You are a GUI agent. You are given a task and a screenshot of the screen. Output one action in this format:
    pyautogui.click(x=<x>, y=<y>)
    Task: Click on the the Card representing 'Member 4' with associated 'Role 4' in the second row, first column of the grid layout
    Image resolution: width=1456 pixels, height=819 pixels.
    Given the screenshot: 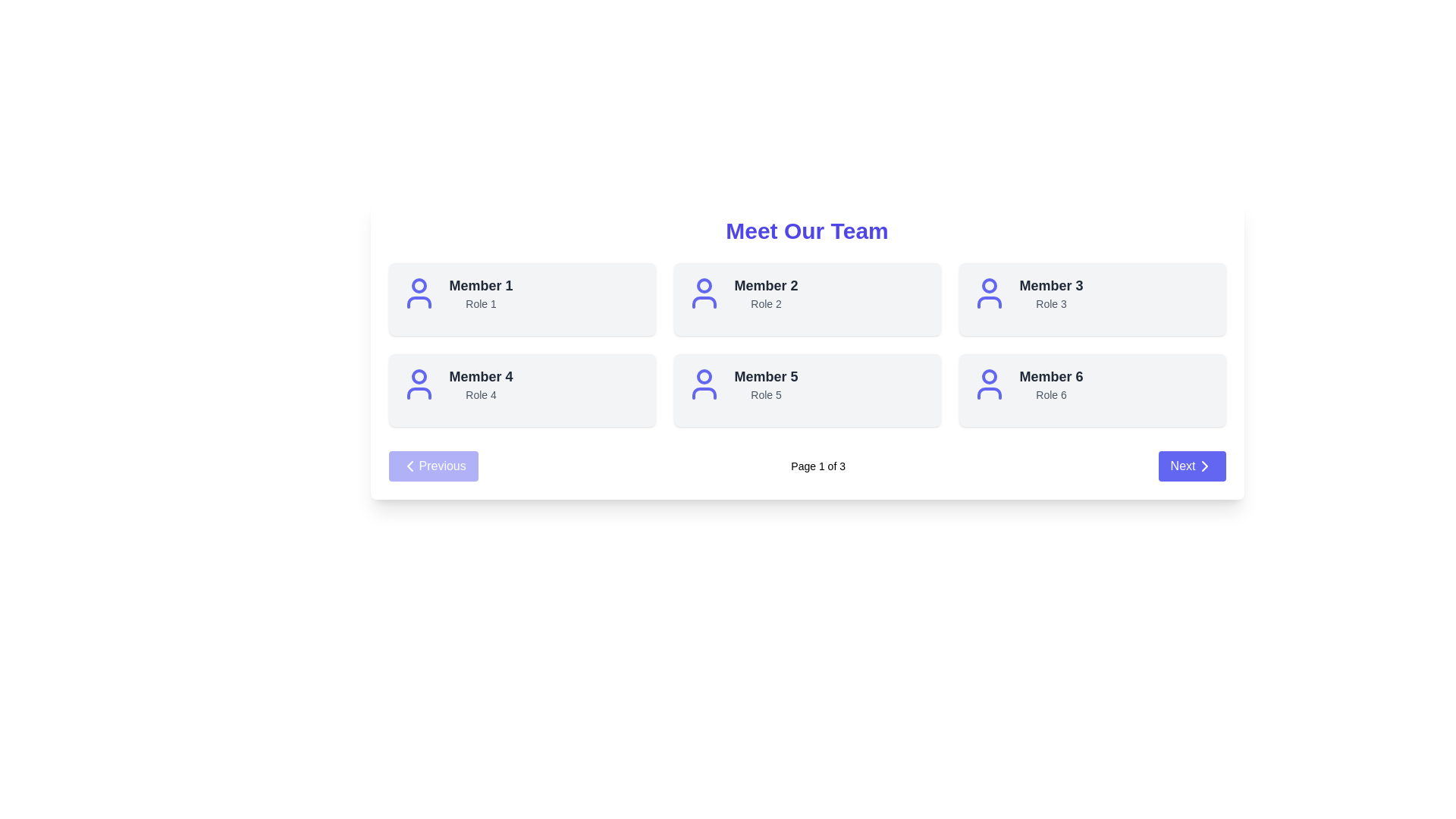 What is the action you would take?
    pyautogui.click(x=522, y=383)
    